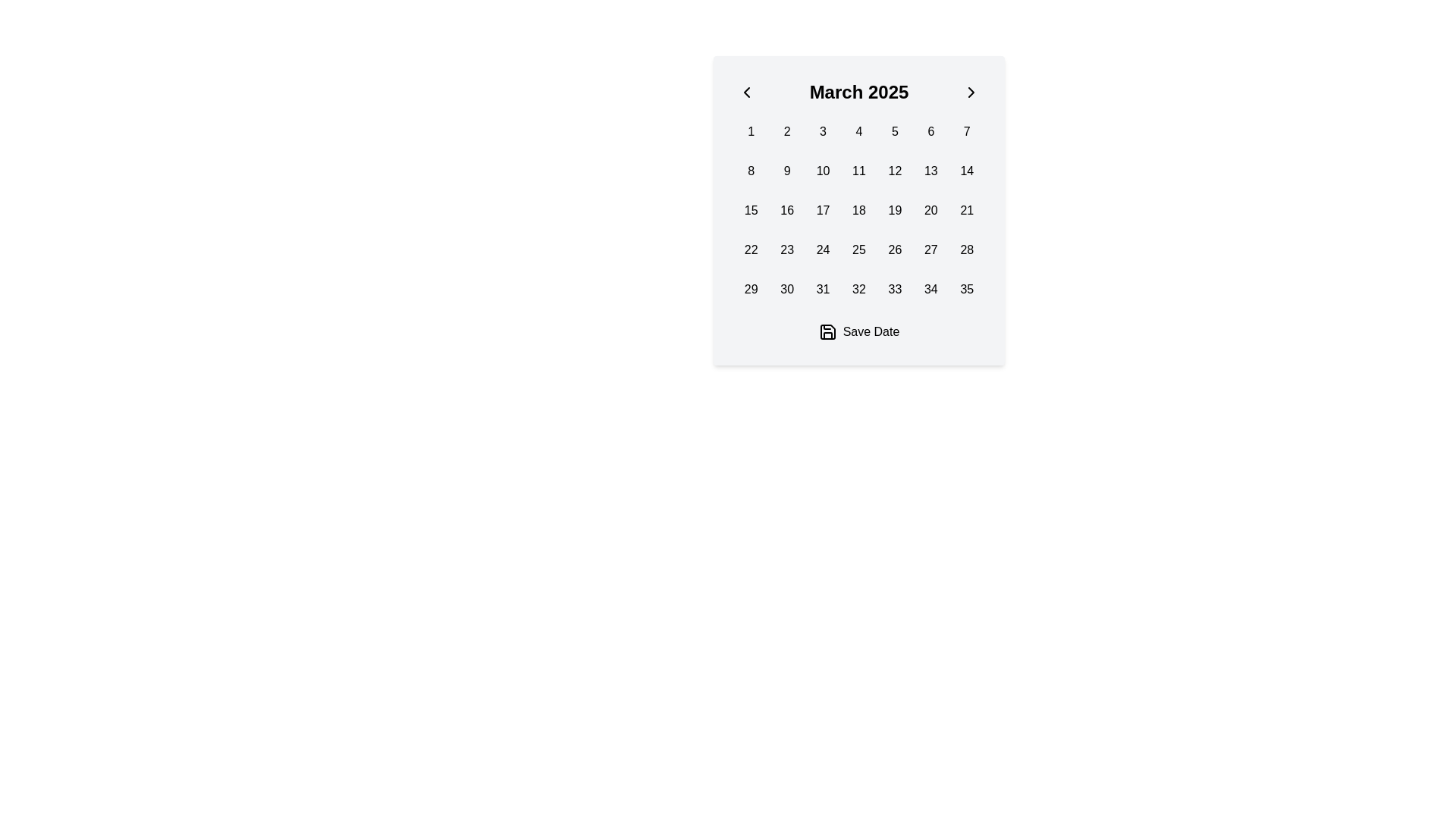 The height and width of the screenshot is (819, 1456). What do you see at coordinates (858, 210) in the screenshot?
I see `the button displaying the number '18' in the calendar grid layout` at bounding box center [858, 210].